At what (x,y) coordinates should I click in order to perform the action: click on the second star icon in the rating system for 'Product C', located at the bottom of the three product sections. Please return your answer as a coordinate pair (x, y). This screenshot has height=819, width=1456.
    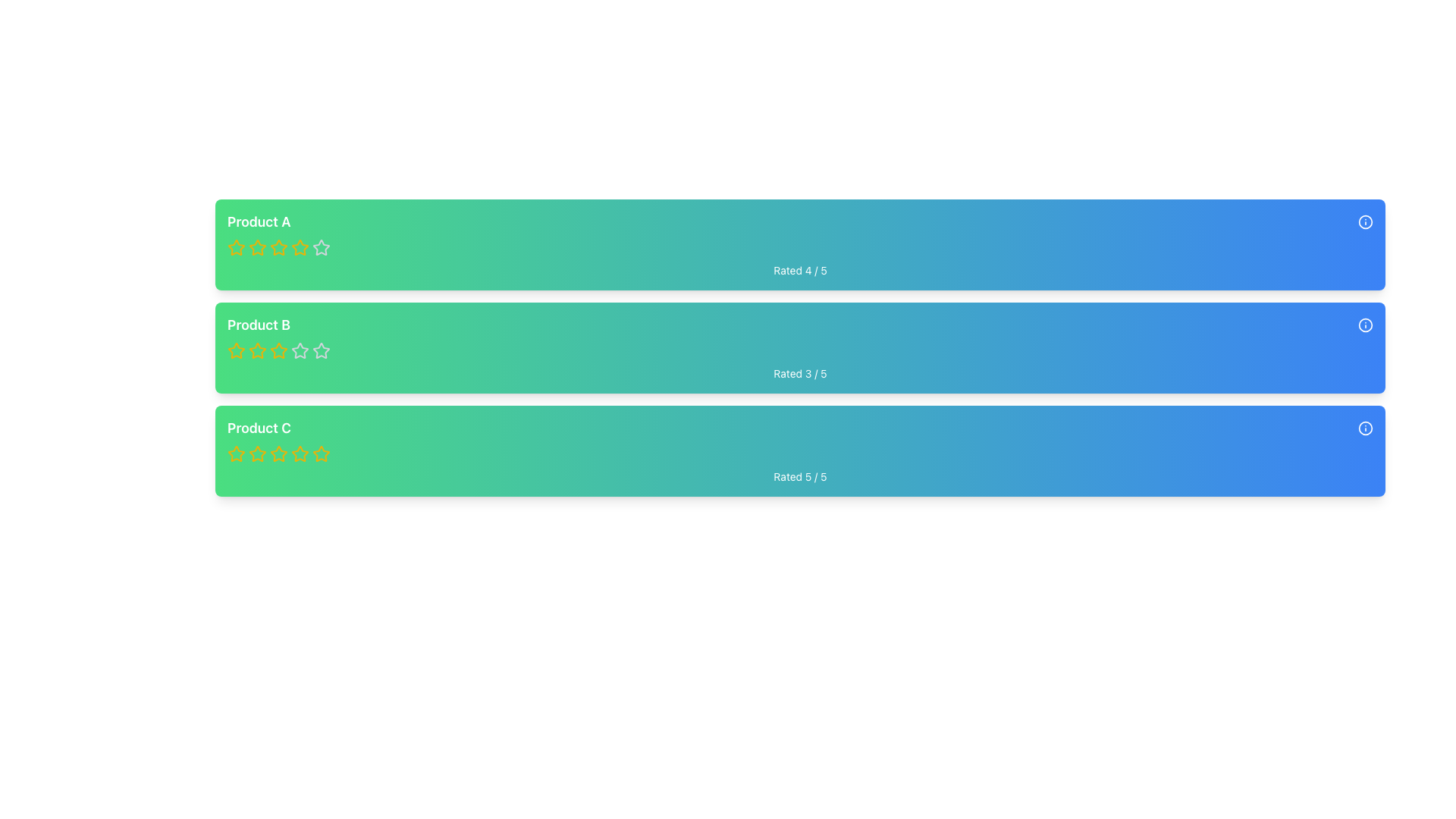
    Looking at the image, I should click on (258, 453).